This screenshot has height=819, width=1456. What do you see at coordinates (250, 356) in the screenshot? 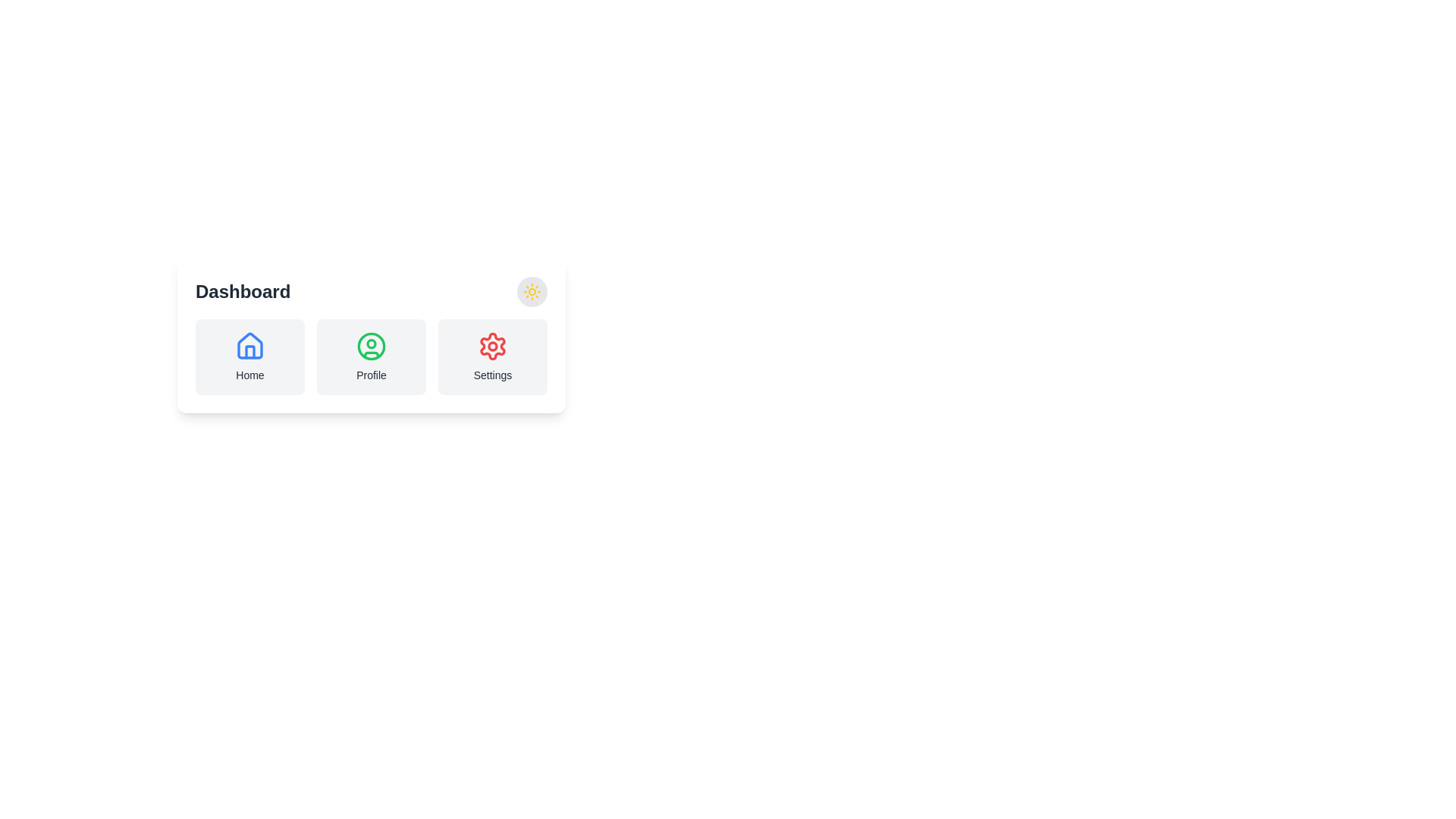
I see `the 'Home' navigation button, which is the leftmost item in a 3-column grid layout` at bounding box center [250, 356].